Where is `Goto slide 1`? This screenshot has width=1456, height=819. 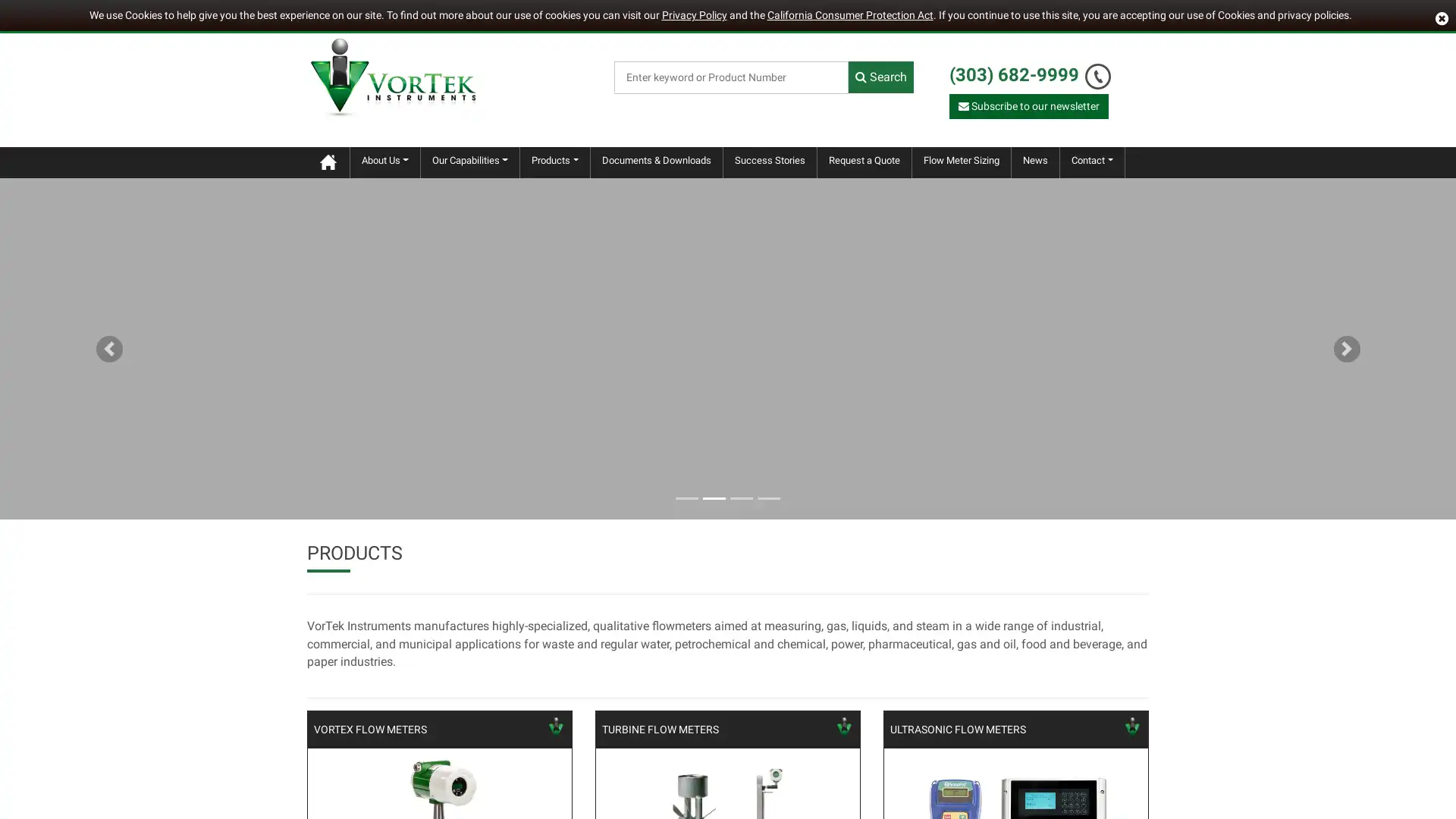 Goto slide 1 is located at coordinates (686, 466).